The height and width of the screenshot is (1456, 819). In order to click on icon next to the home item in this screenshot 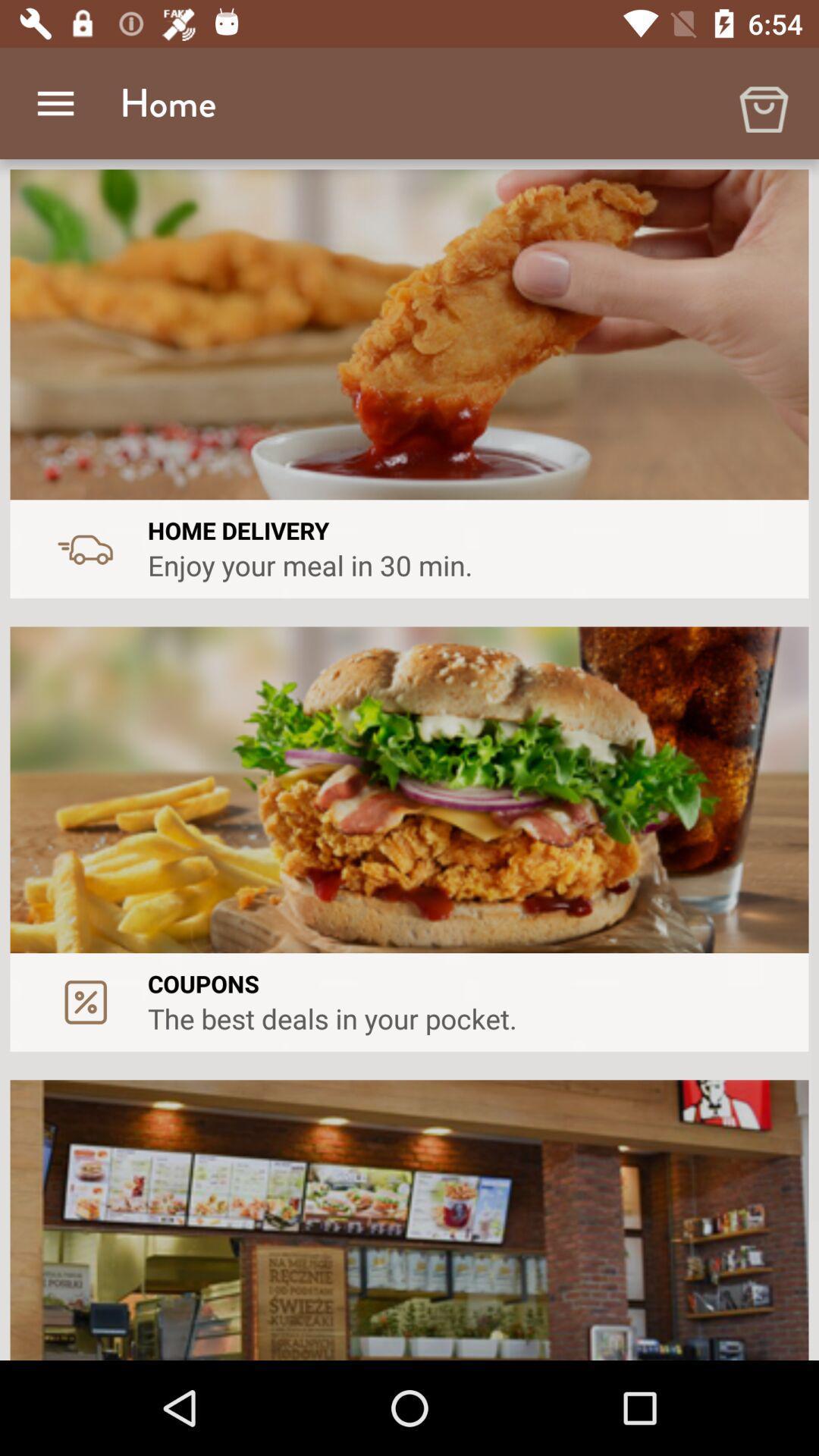, I will do `click(763, 102)`.